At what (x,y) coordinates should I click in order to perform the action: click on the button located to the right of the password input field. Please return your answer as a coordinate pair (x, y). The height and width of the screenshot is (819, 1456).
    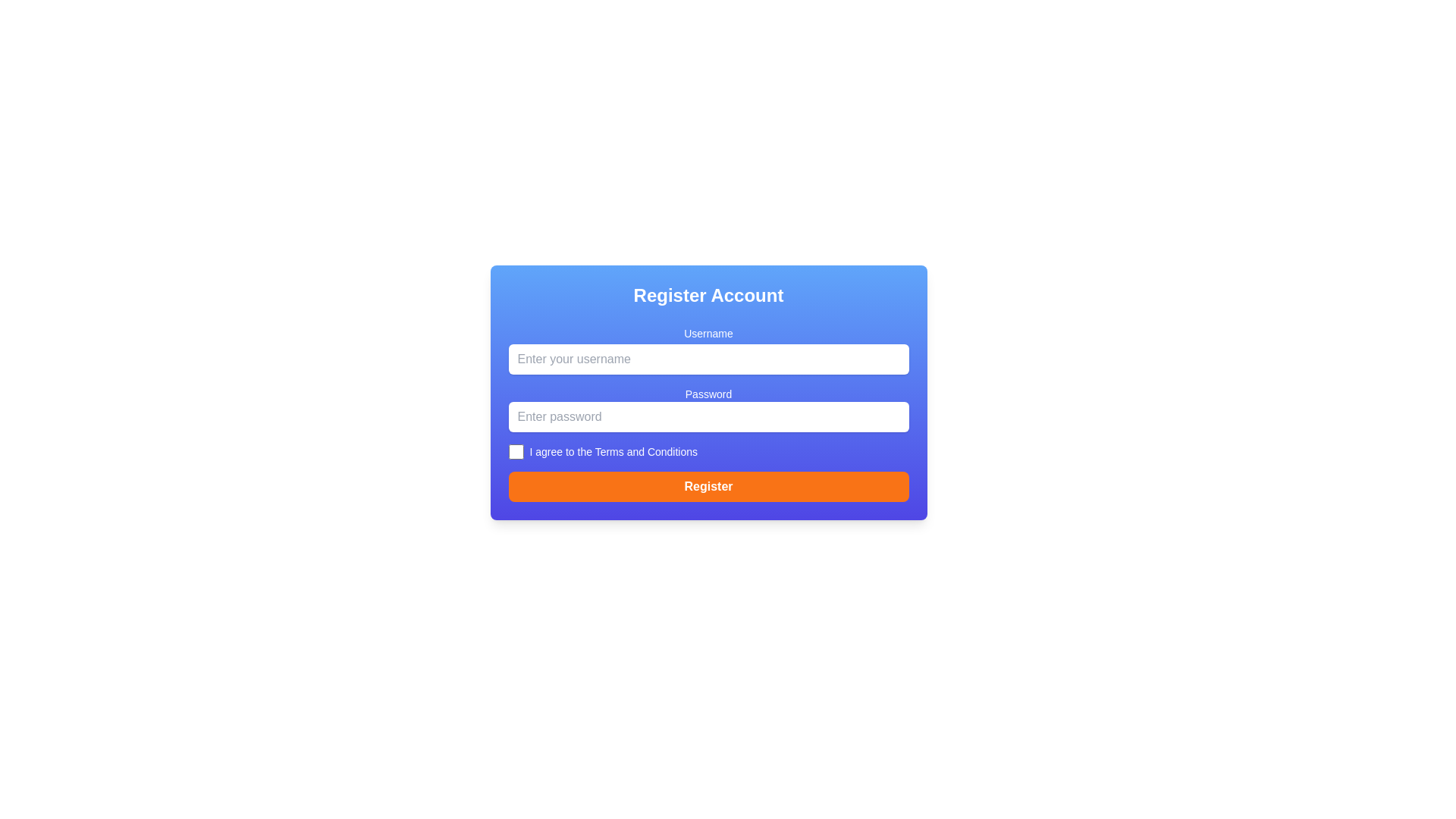
    Looking at the image, I should click on (896, 417).